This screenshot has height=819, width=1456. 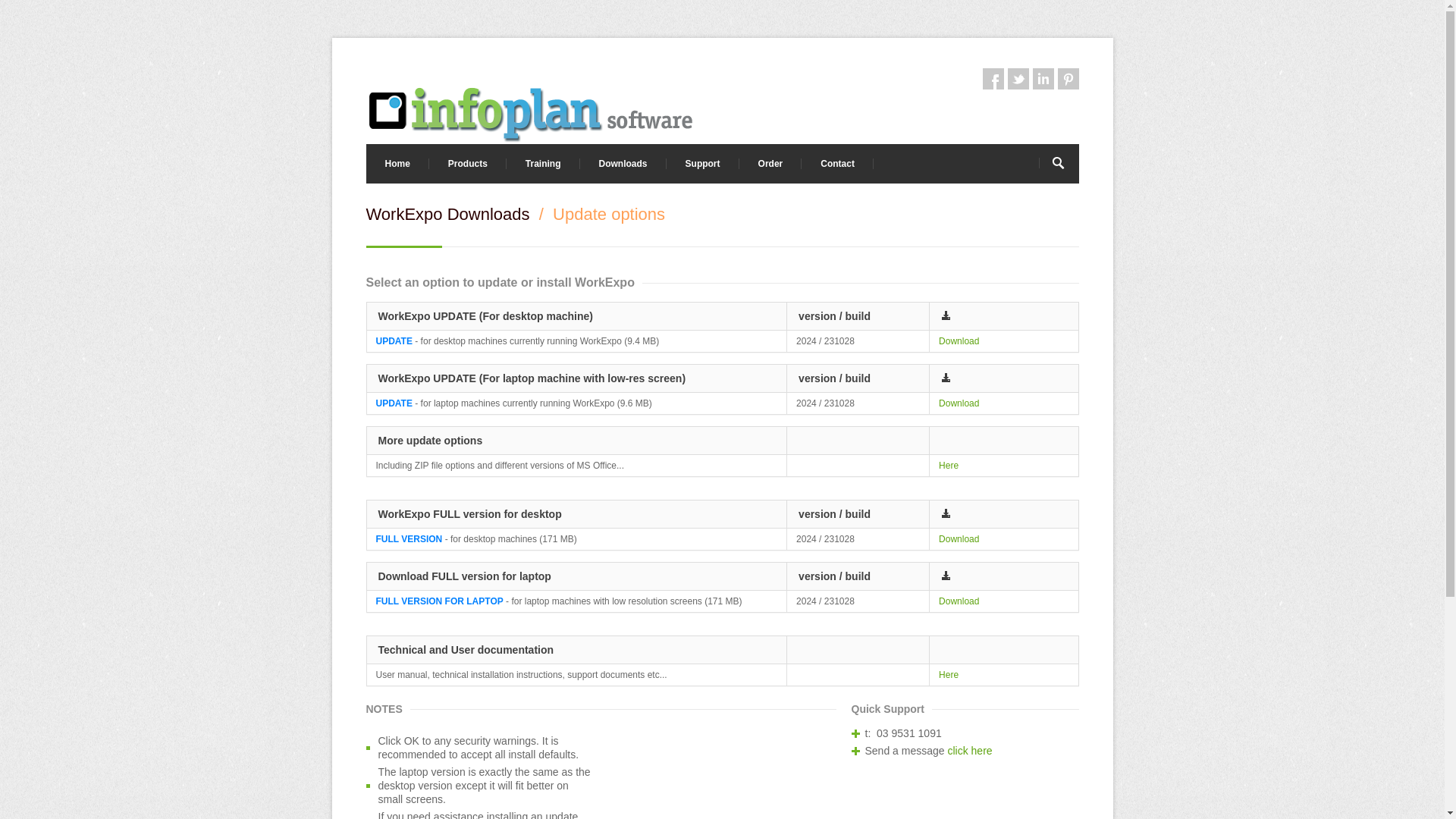 What do you see at coordinates (770, 164) in the screenshot?
I see `'Order'` at bounding box center [770, 164].